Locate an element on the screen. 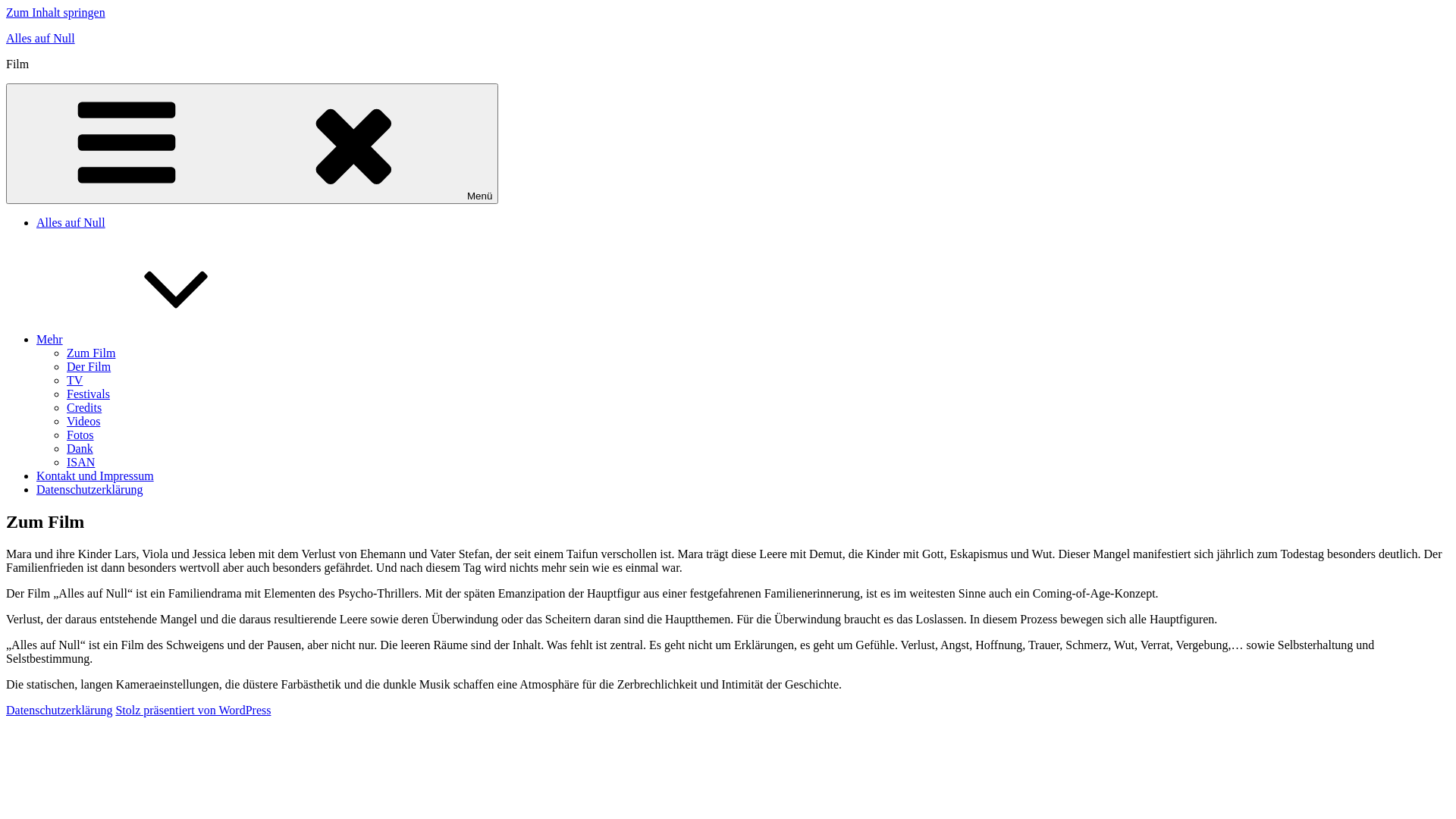 This screenshot has height=819, width=1456. 'Kontakt und Impressum' is located at coordinates (94, 475).